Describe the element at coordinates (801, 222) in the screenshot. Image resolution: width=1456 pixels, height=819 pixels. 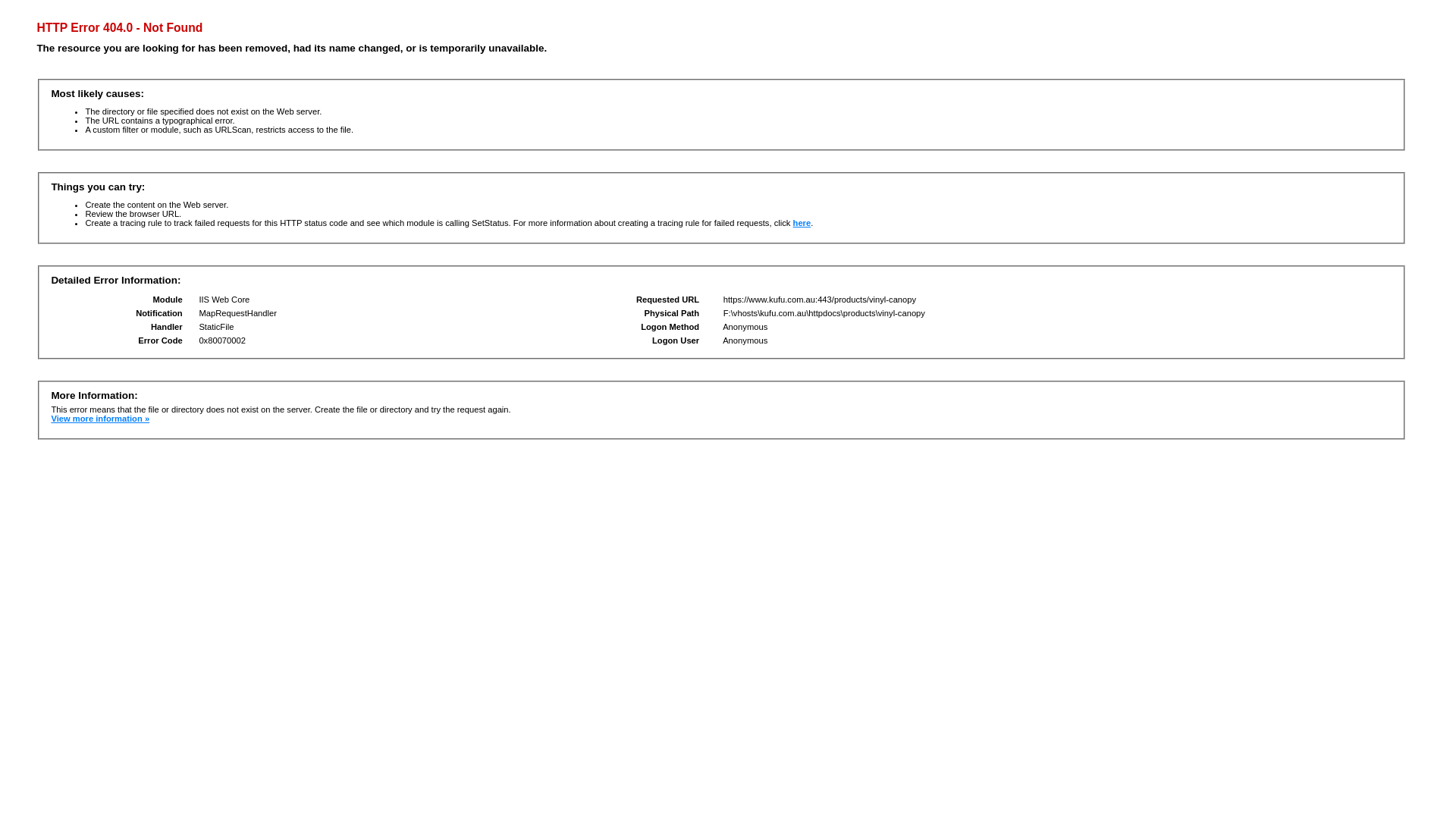
I see `'here'` at that location.